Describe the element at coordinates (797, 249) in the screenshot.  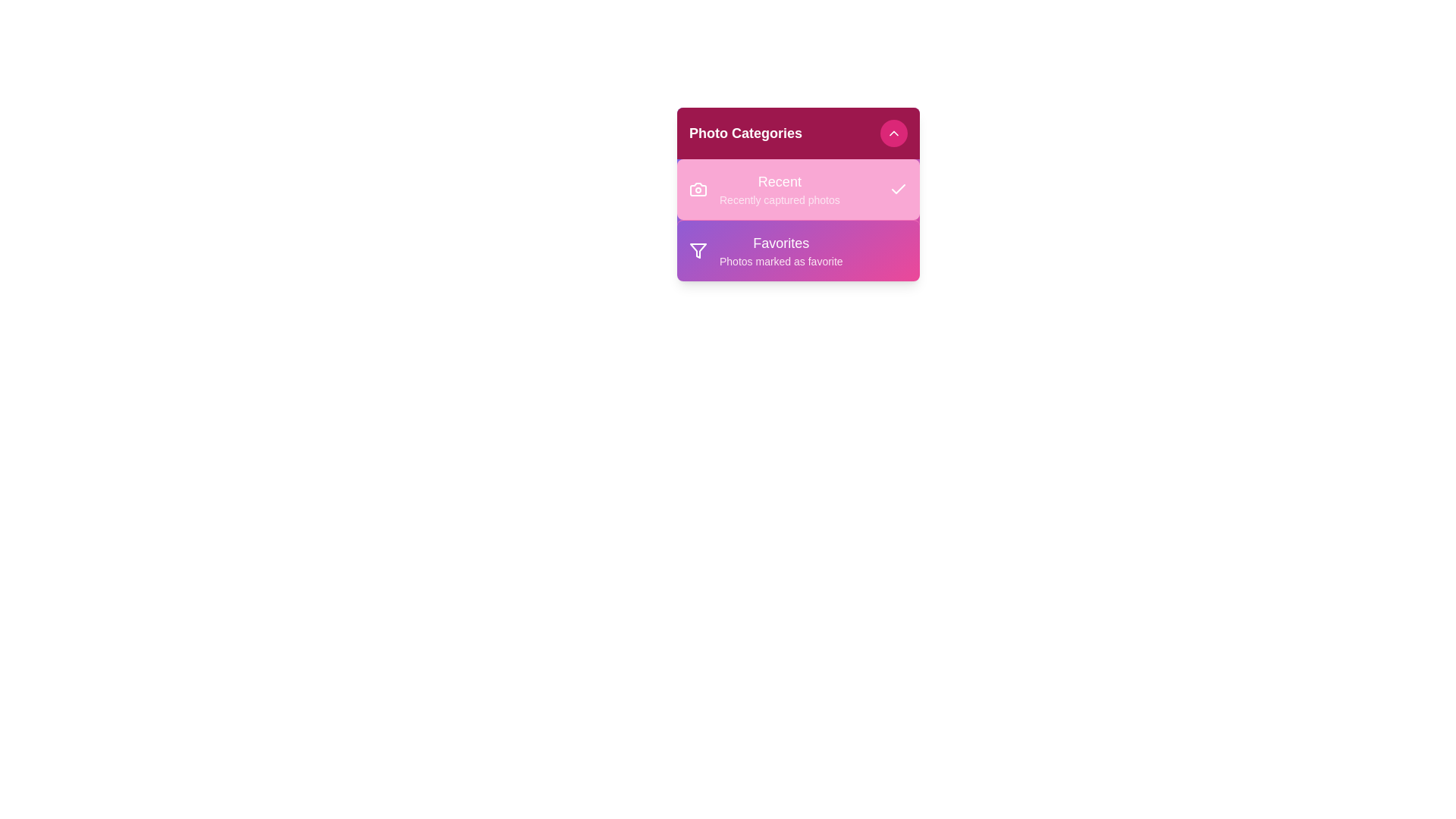
I see `the category Favorites from the list` at that location.